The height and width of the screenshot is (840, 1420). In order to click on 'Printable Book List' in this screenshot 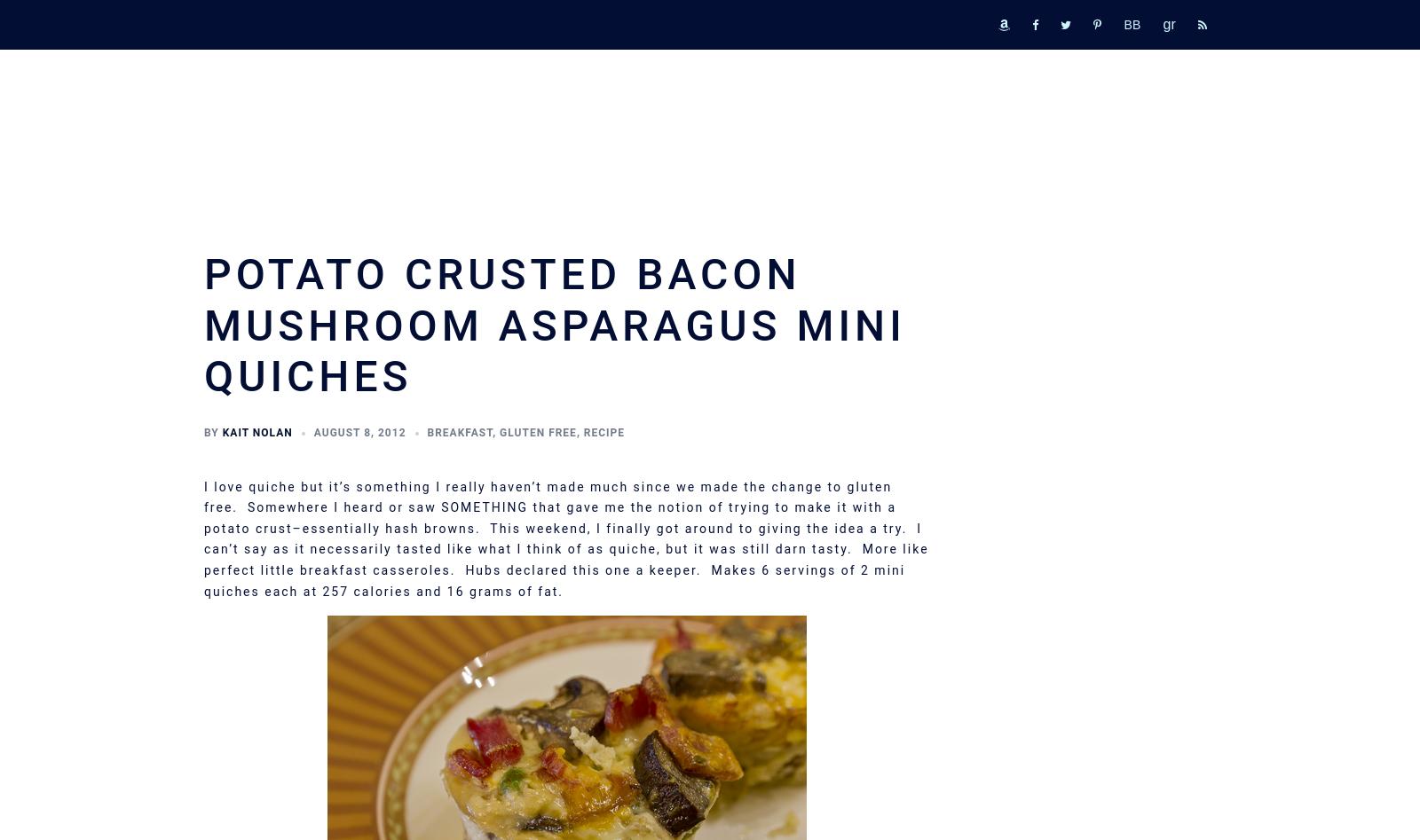, I will do `click(1040, 142)`.